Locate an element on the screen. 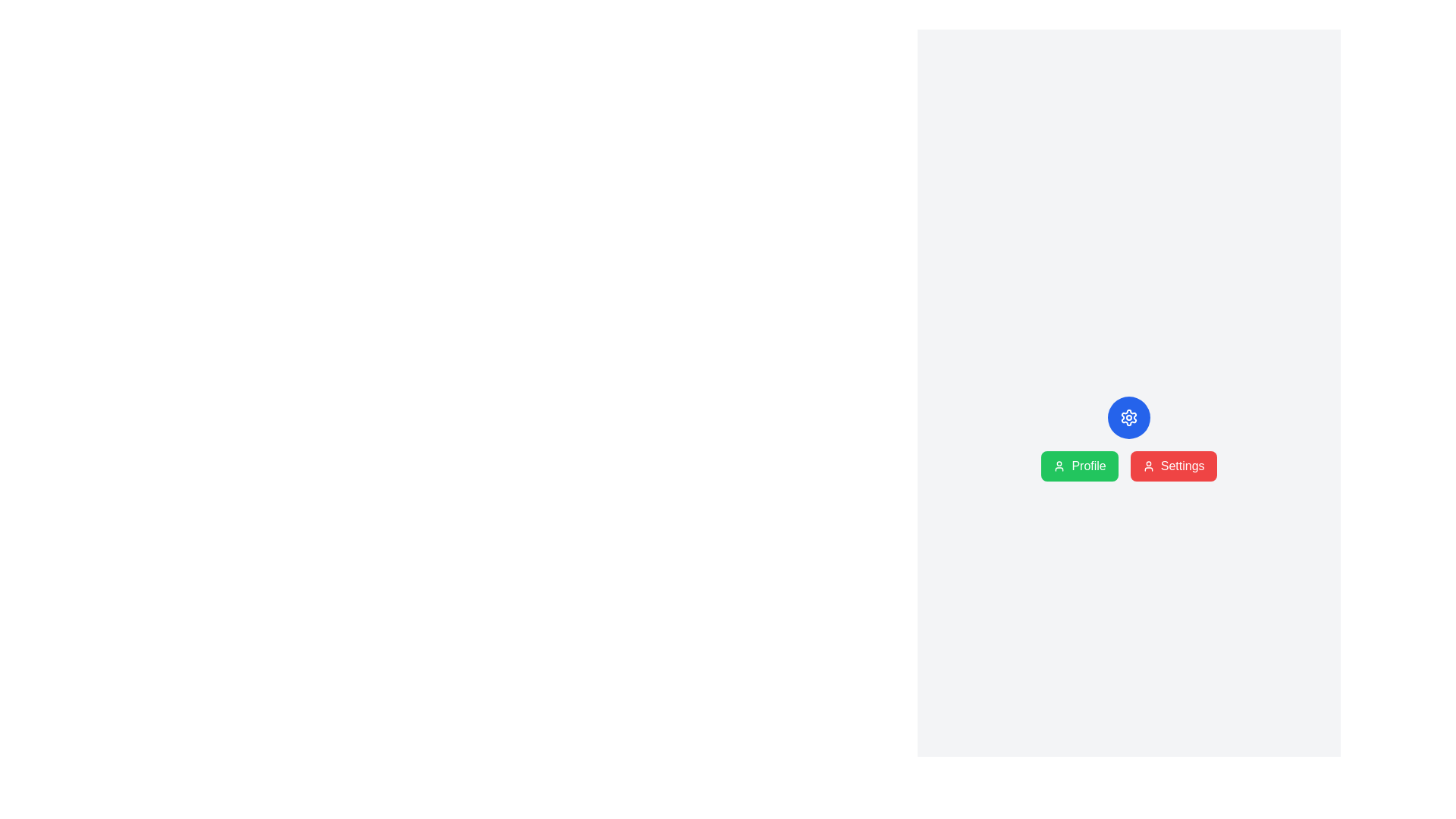 Image resolution: width=1456 pixels, height=819 pixels. the green 'Profile' button in the button group is located at coordinates (1128, 465).